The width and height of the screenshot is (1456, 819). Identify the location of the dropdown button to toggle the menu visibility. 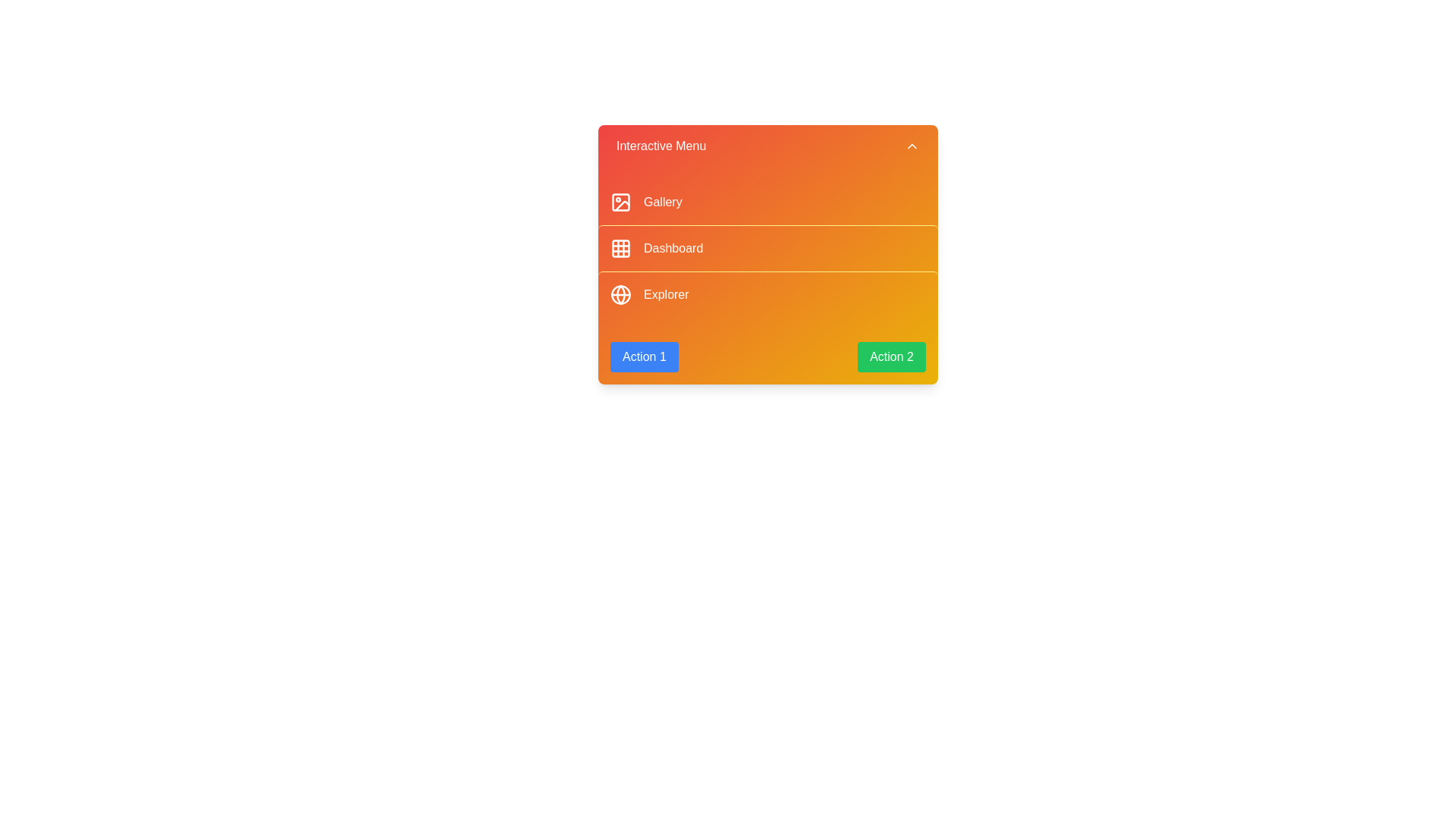
(767, 146).